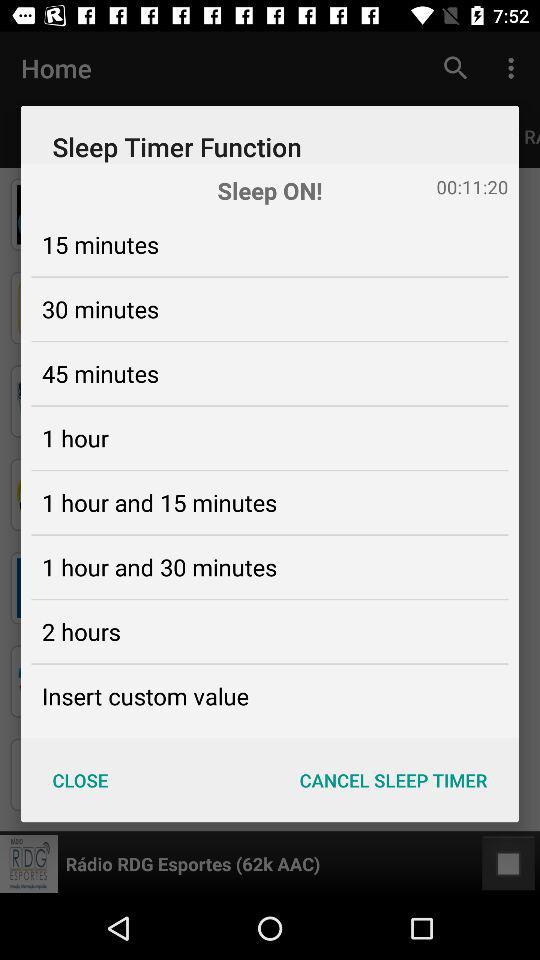  I want to click on the icon above the 1 hour, so click(99, 372).